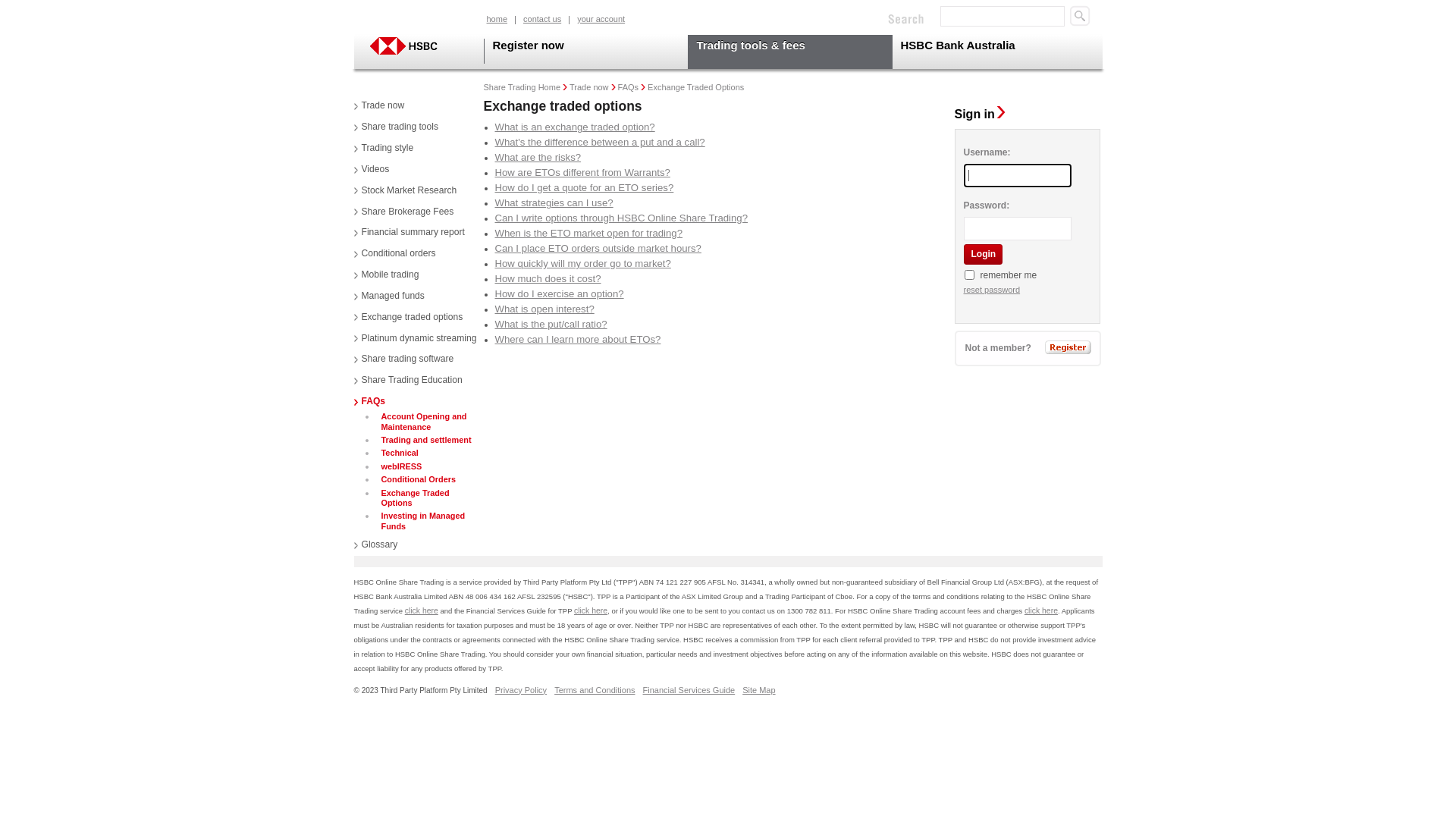 This screenshot has width=1456, height=819. I want to click on 'Share Trading Home', so click(522, 87).